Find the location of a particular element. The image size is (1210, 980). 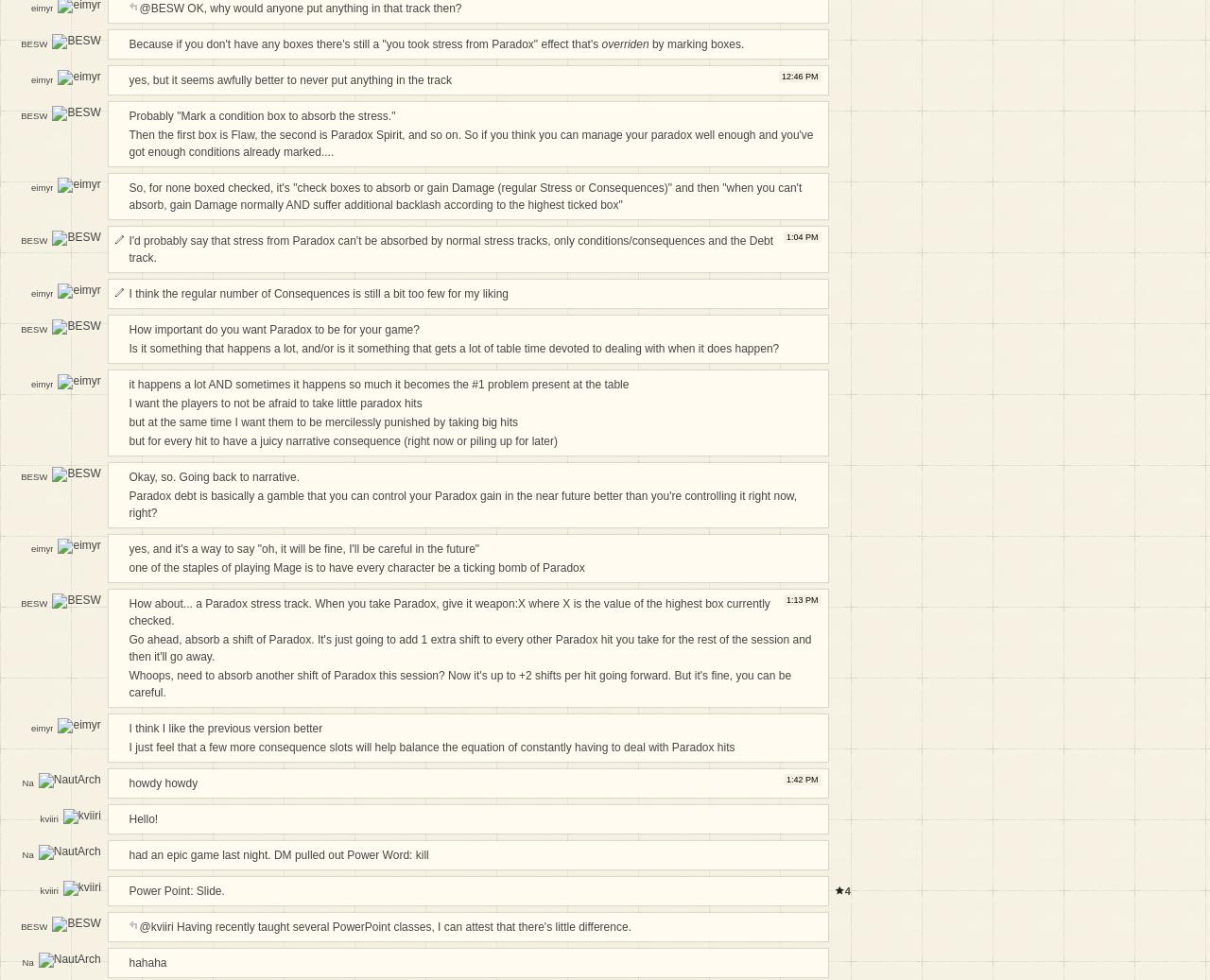

'1:42 PM' is located at coordinates (786, 780).